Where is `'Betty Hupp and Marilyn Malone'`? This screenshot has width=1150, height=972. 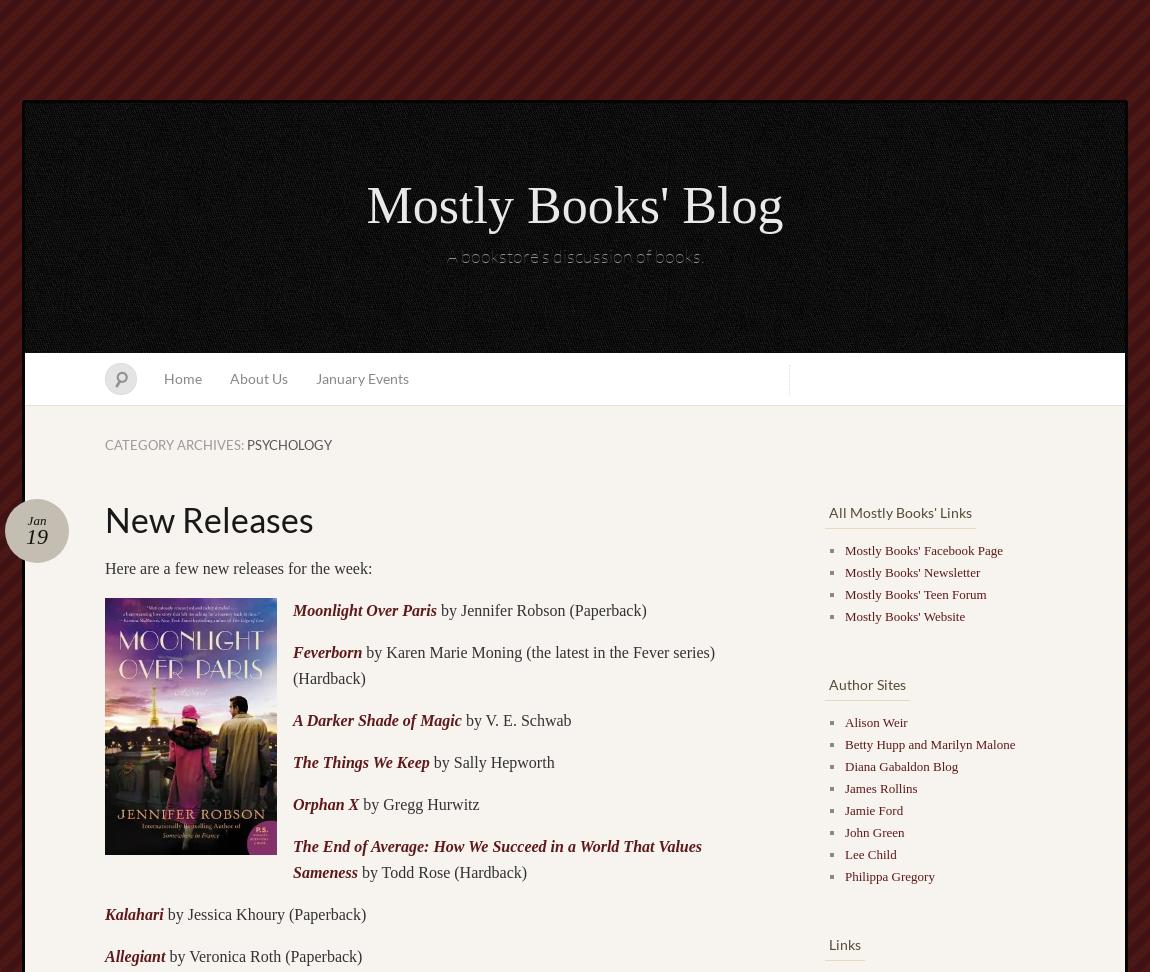
'Betty Hupp and Marilyn Malone' is located at coordinates (930, 744).